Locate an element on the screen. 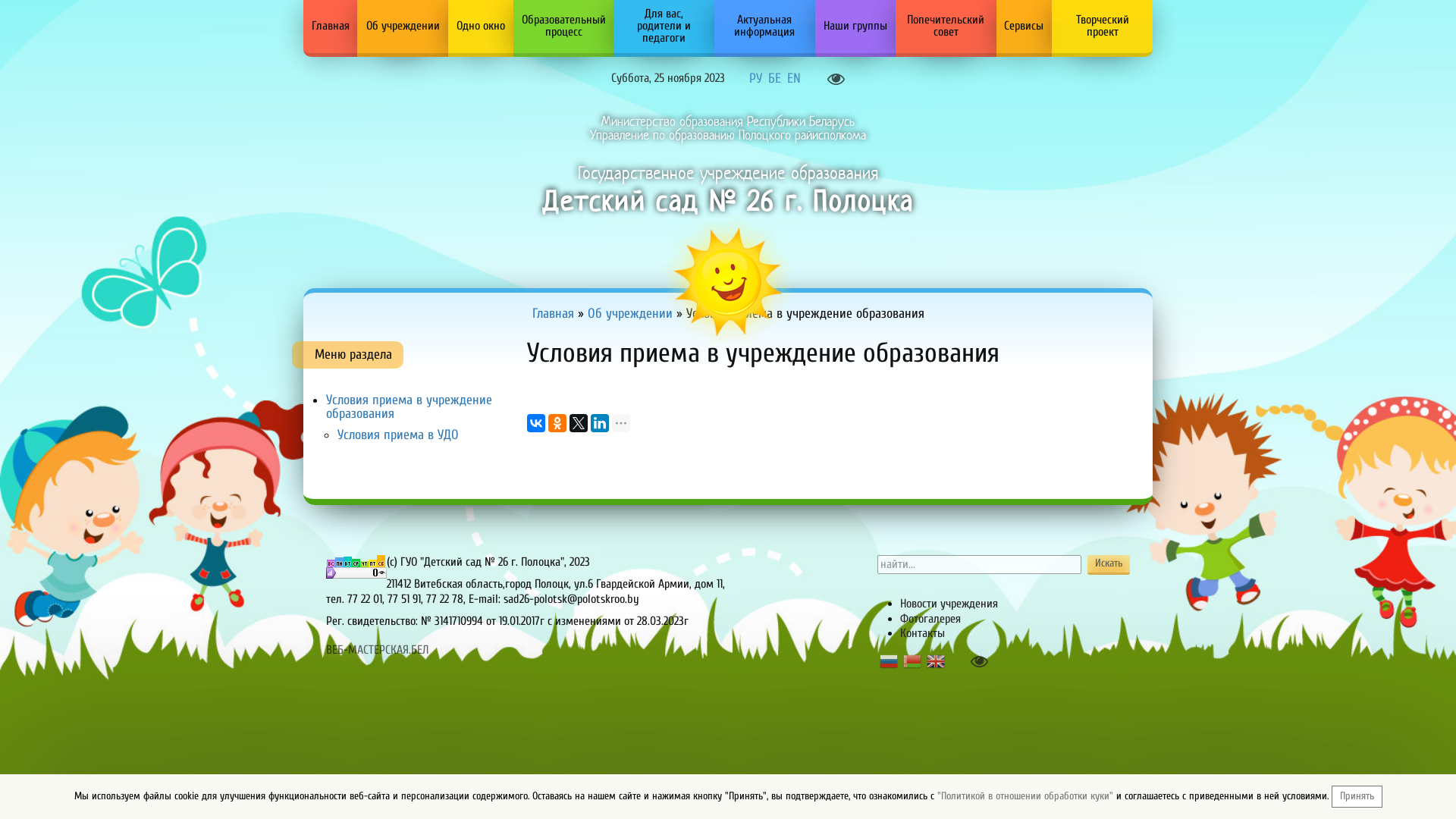 This screenshot has width=1456, height=819. 'LinkedIn' is located at coordinates (589, 423).